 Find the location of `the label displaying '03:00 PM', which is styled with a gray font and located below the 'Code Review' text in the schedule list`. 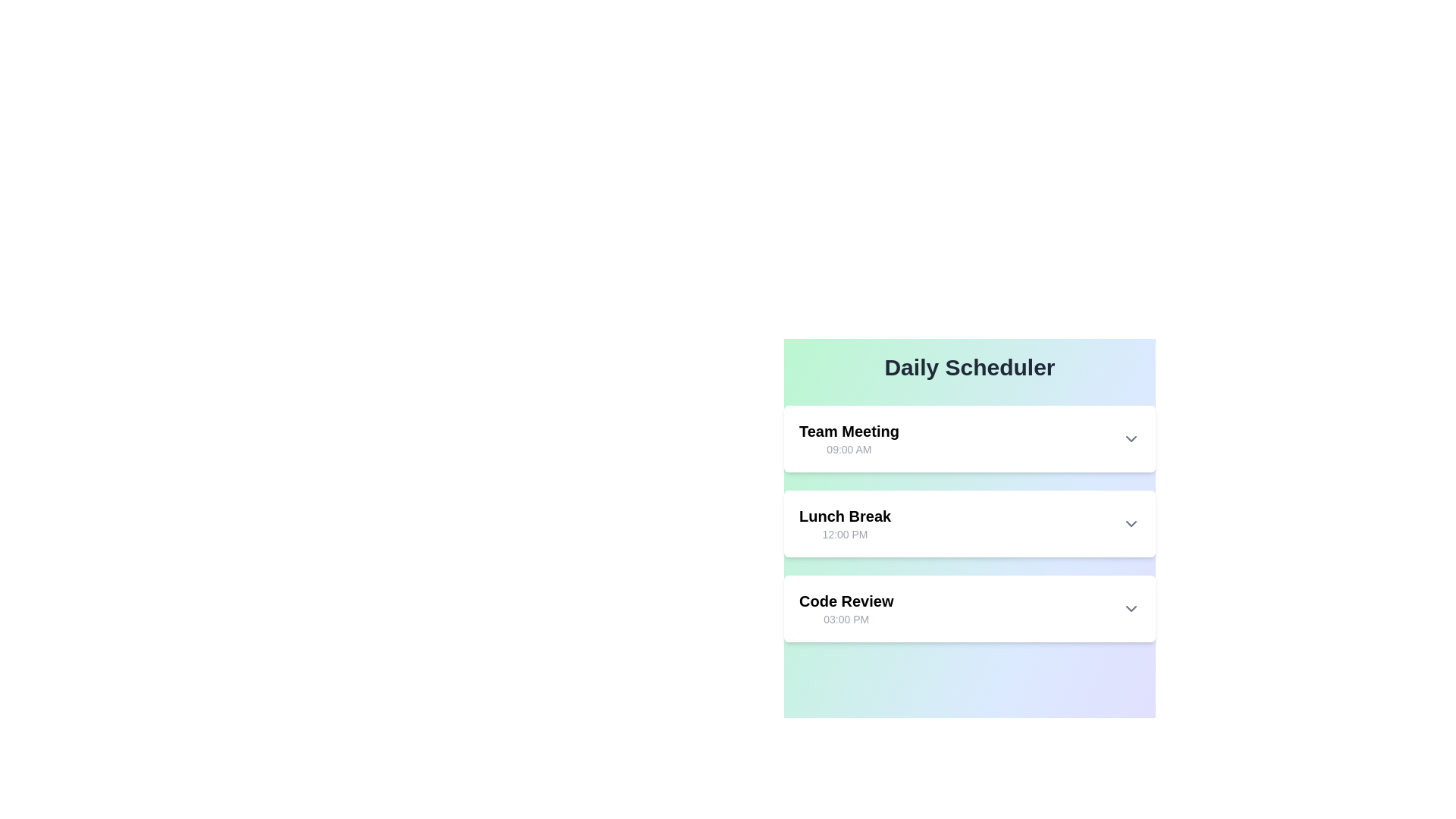

the label displaying '03:00 PM', which is styled with a gray font and located below the 'Code Review' text in the schedule list is located at coordinates (846, 620).